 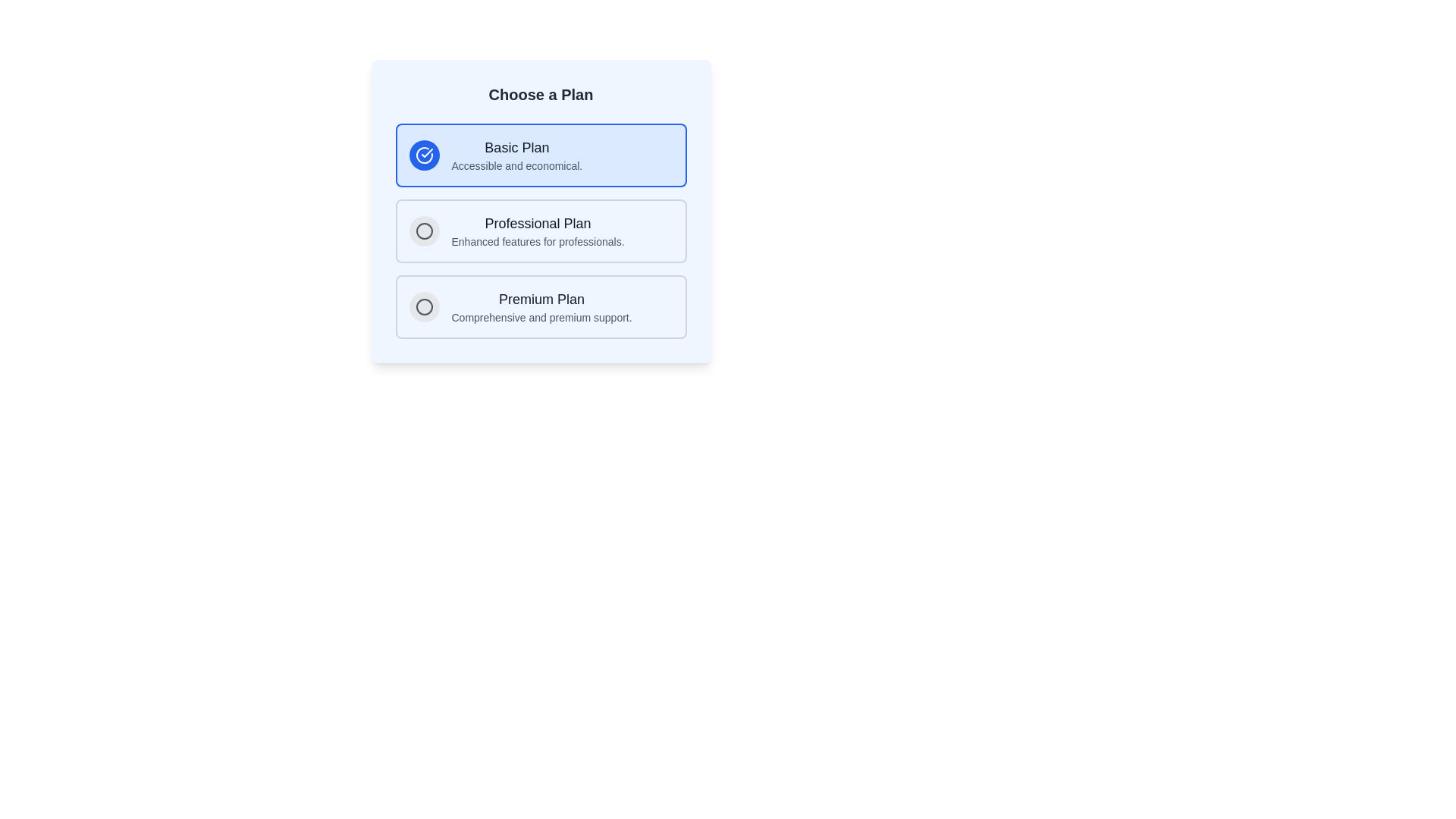 I want to click on the 'Professional Plan' selectable card, so click(x=541, y=231).